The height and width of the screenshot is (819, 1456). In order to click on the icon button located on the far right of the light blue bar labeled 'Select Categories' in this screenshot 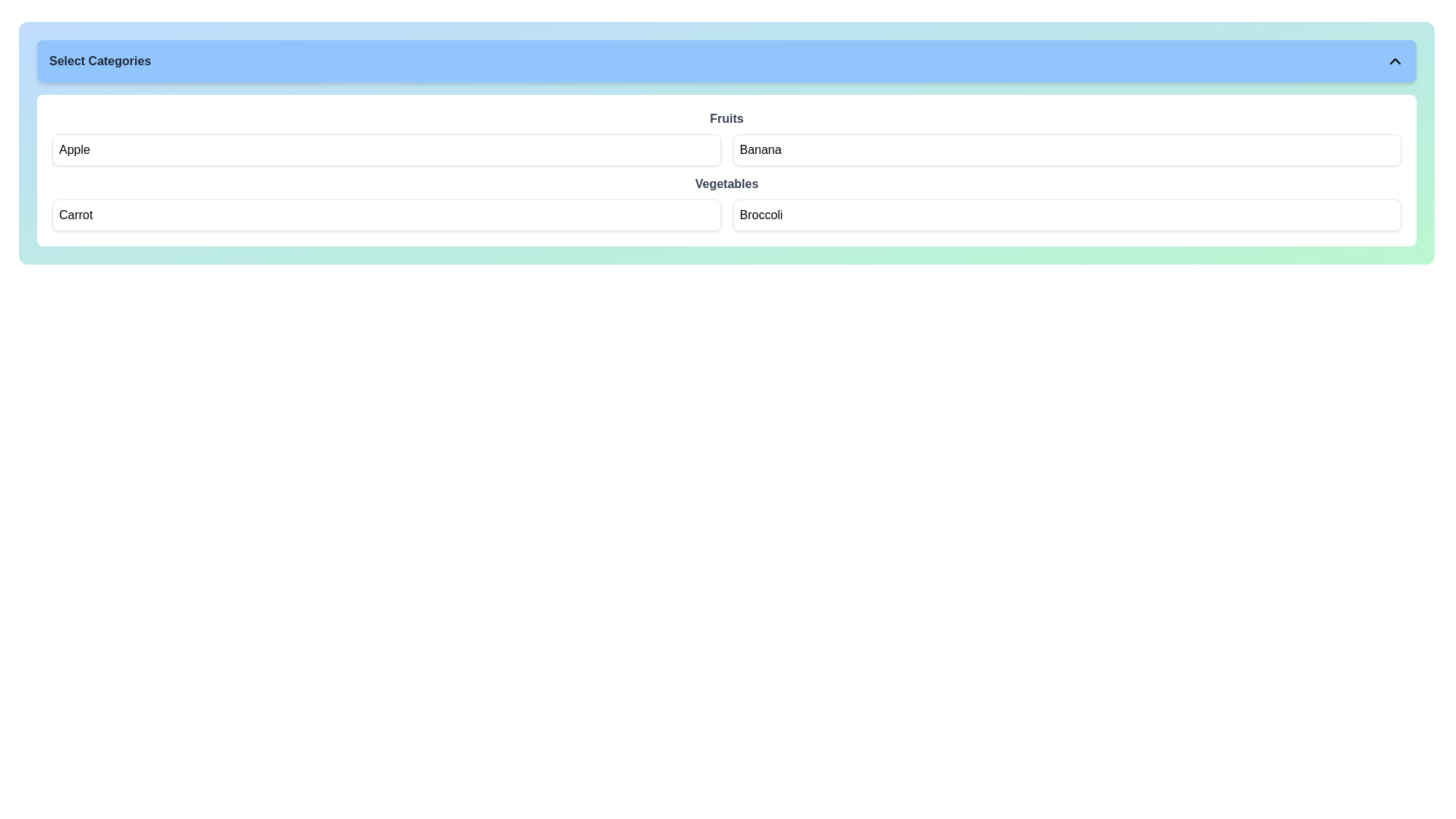, I will do `click(1395, 61)`.